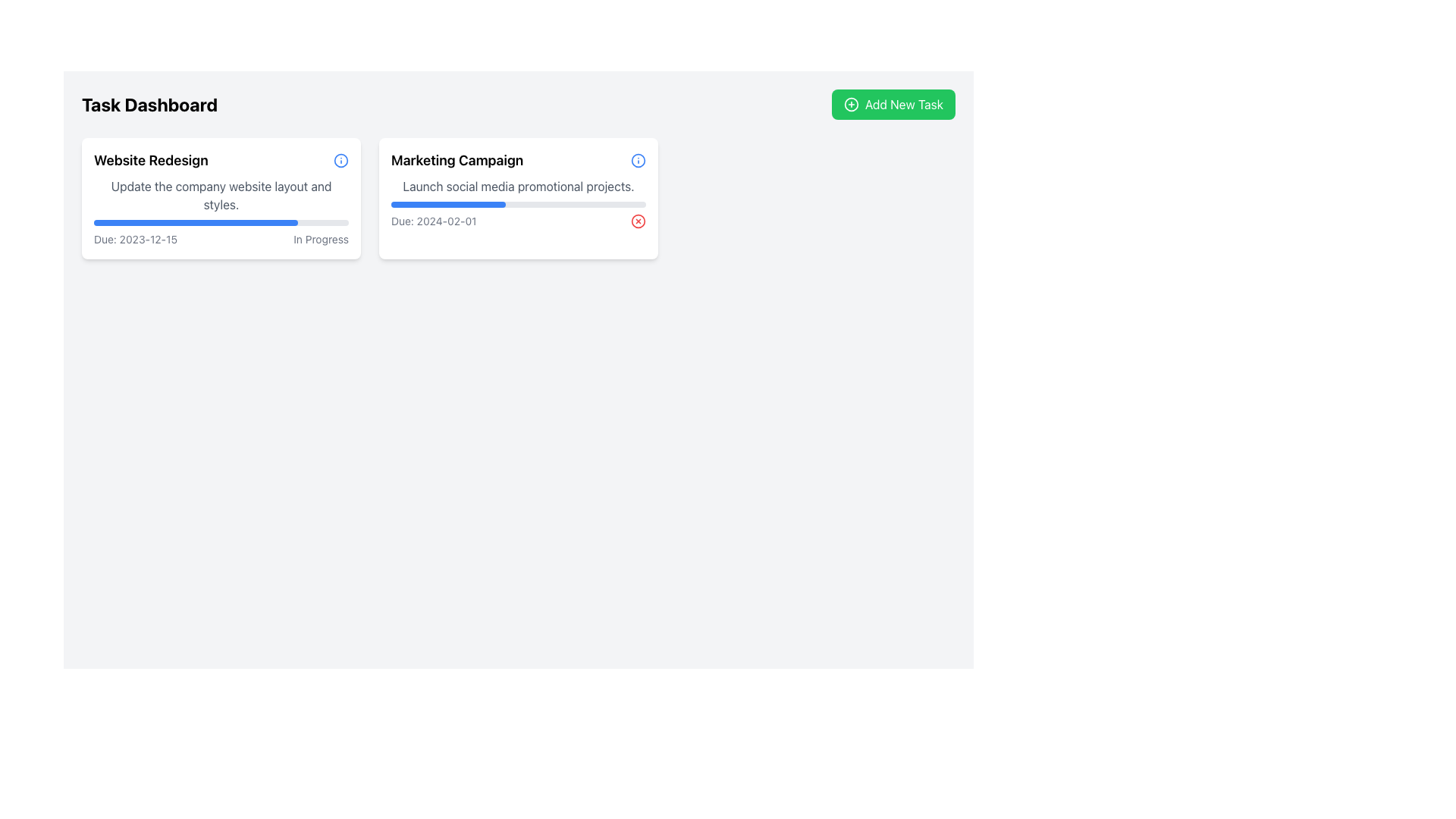 This screenshot has width=1456, height=819. What do you see at coordinates (447, 205) in the screenshot?
I see `the blue progress indicator of the 'Marketing Campaign' card, which visually shows 45% progress within the light-gray progress bar background` at bounding box center [447, 205].